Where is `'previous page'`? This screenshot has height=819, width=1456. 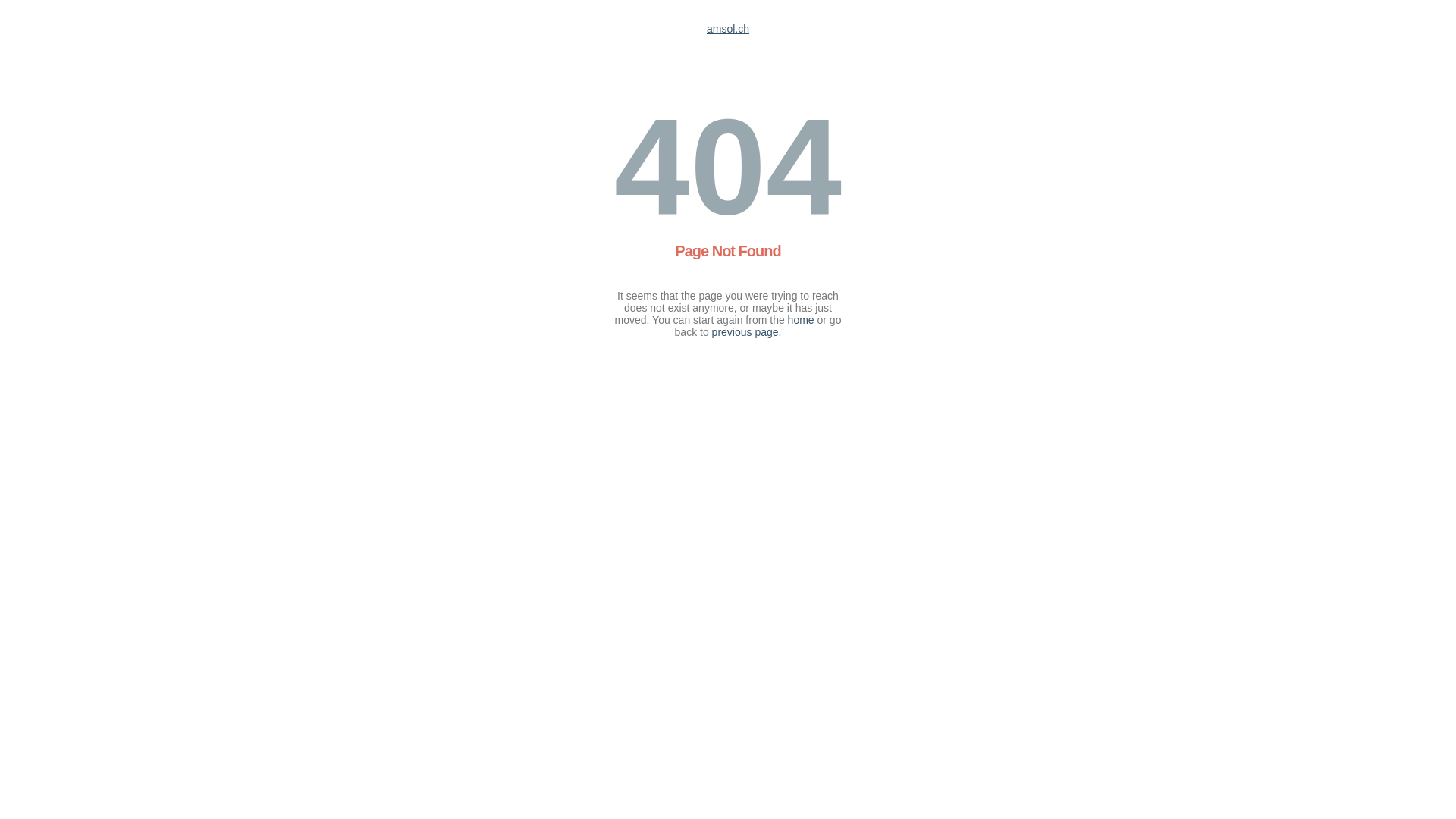
'previous page' is located at coordinates (745, 331).